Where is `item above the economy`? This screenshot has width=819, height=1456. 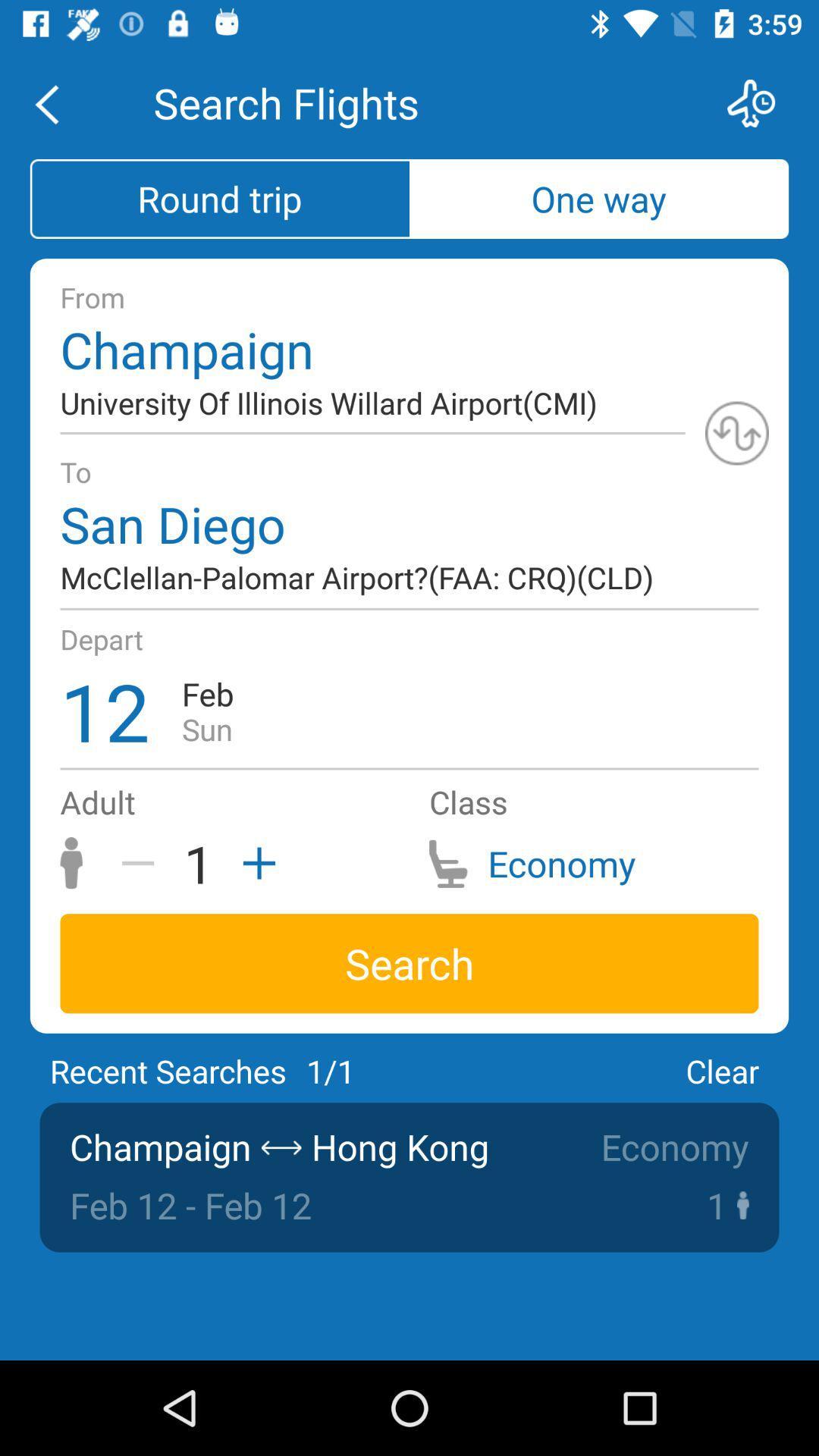 item above the economy is located at coordinates (721, 1070).